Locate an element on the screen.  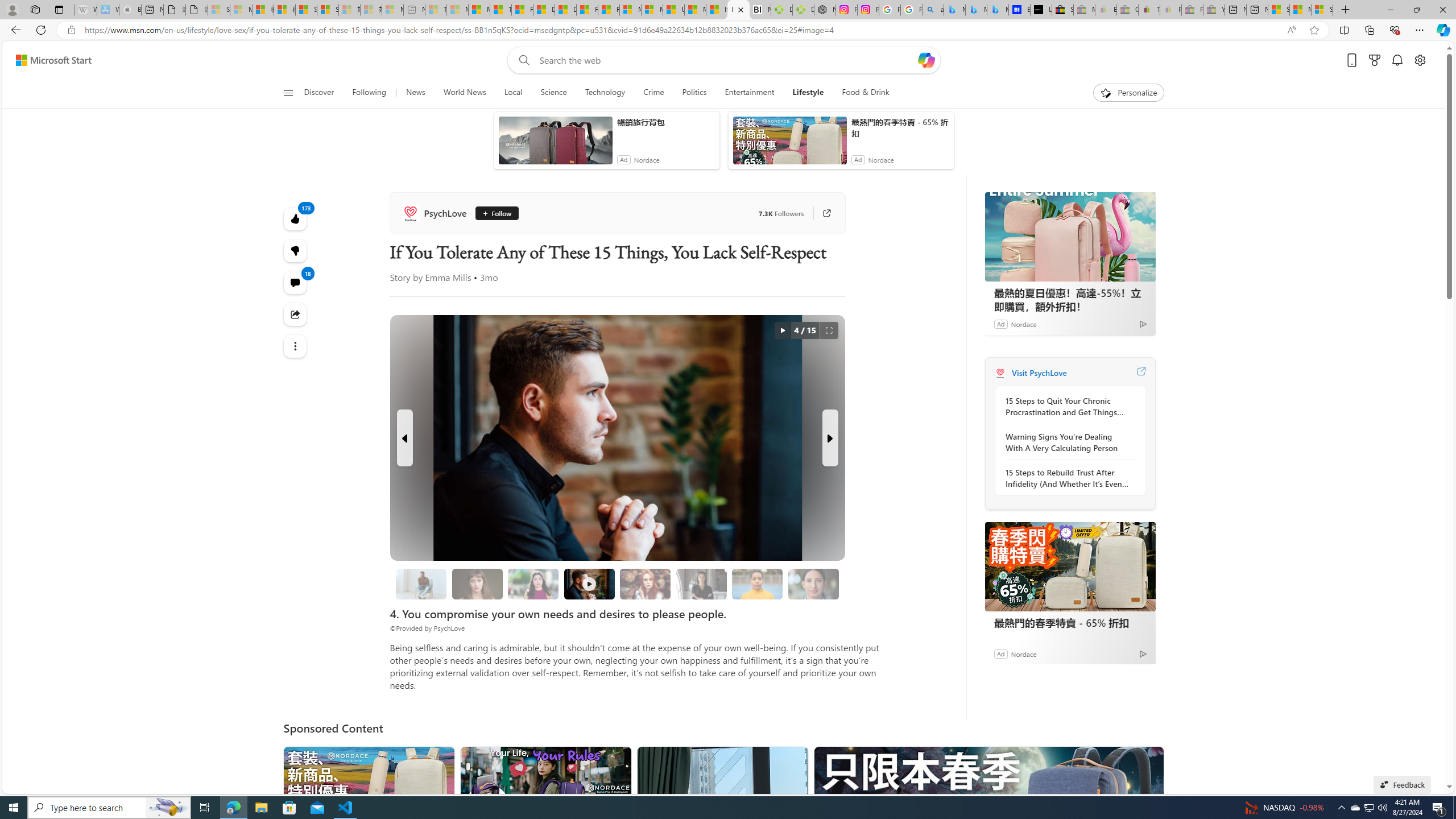
'Payments Terms of Use | eBay.com - Sleeping' is located at coordinates (1170, 9).